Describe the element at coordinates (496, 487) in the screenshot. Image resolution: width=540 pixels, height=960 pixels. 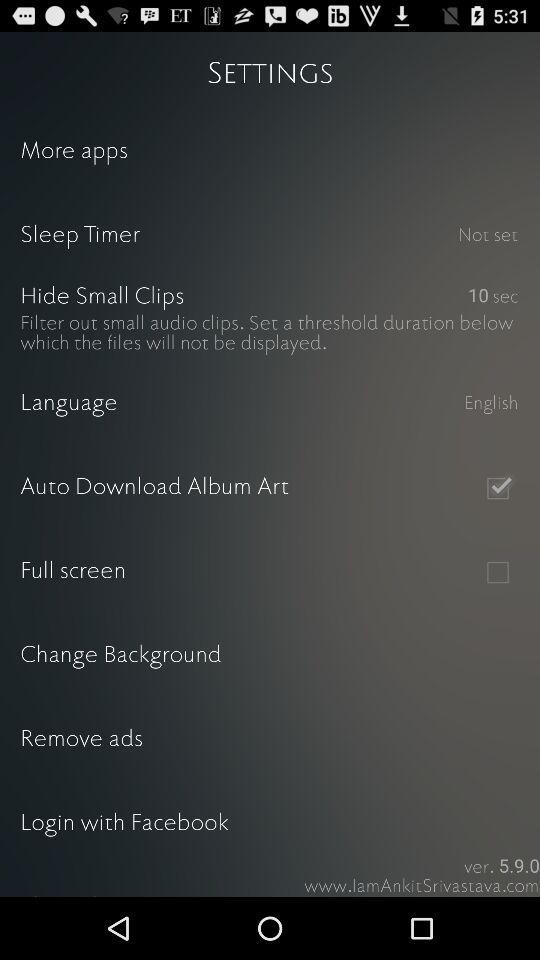
I see `if album art is downloaded automatically` at that location.